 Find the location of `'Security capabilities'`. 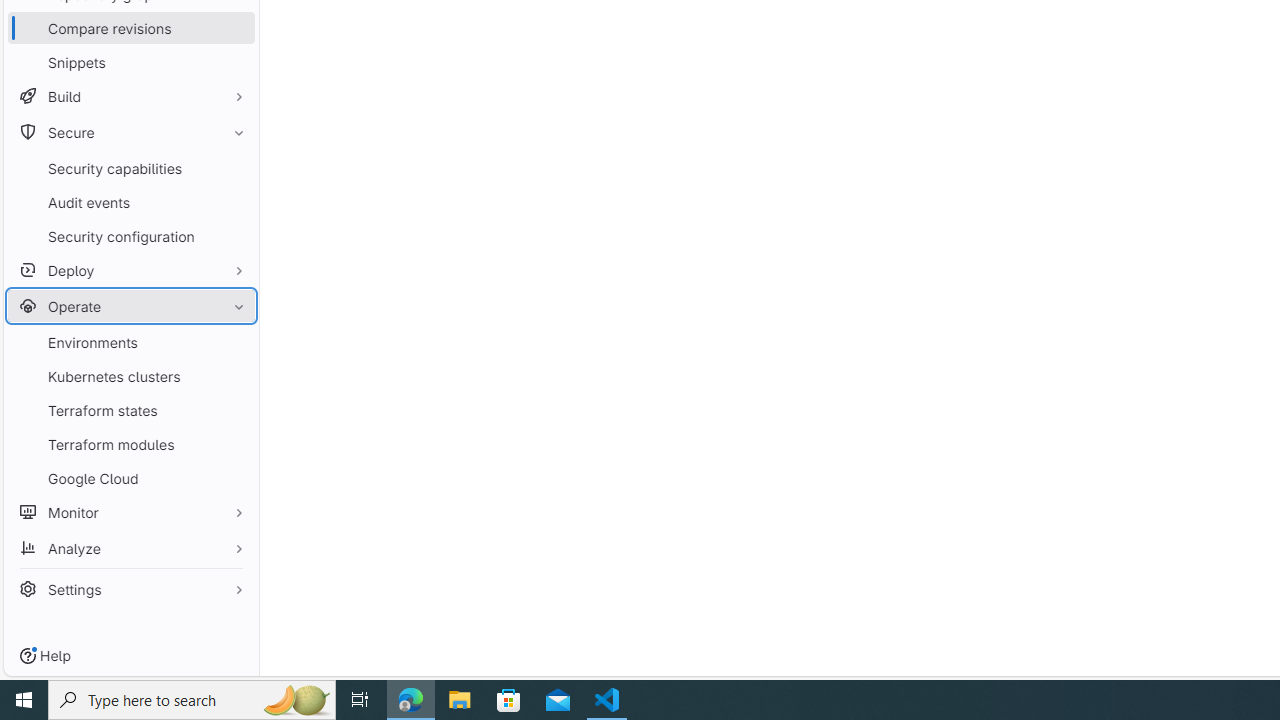

'Security capabilities' is located at coordinates (130, 167).